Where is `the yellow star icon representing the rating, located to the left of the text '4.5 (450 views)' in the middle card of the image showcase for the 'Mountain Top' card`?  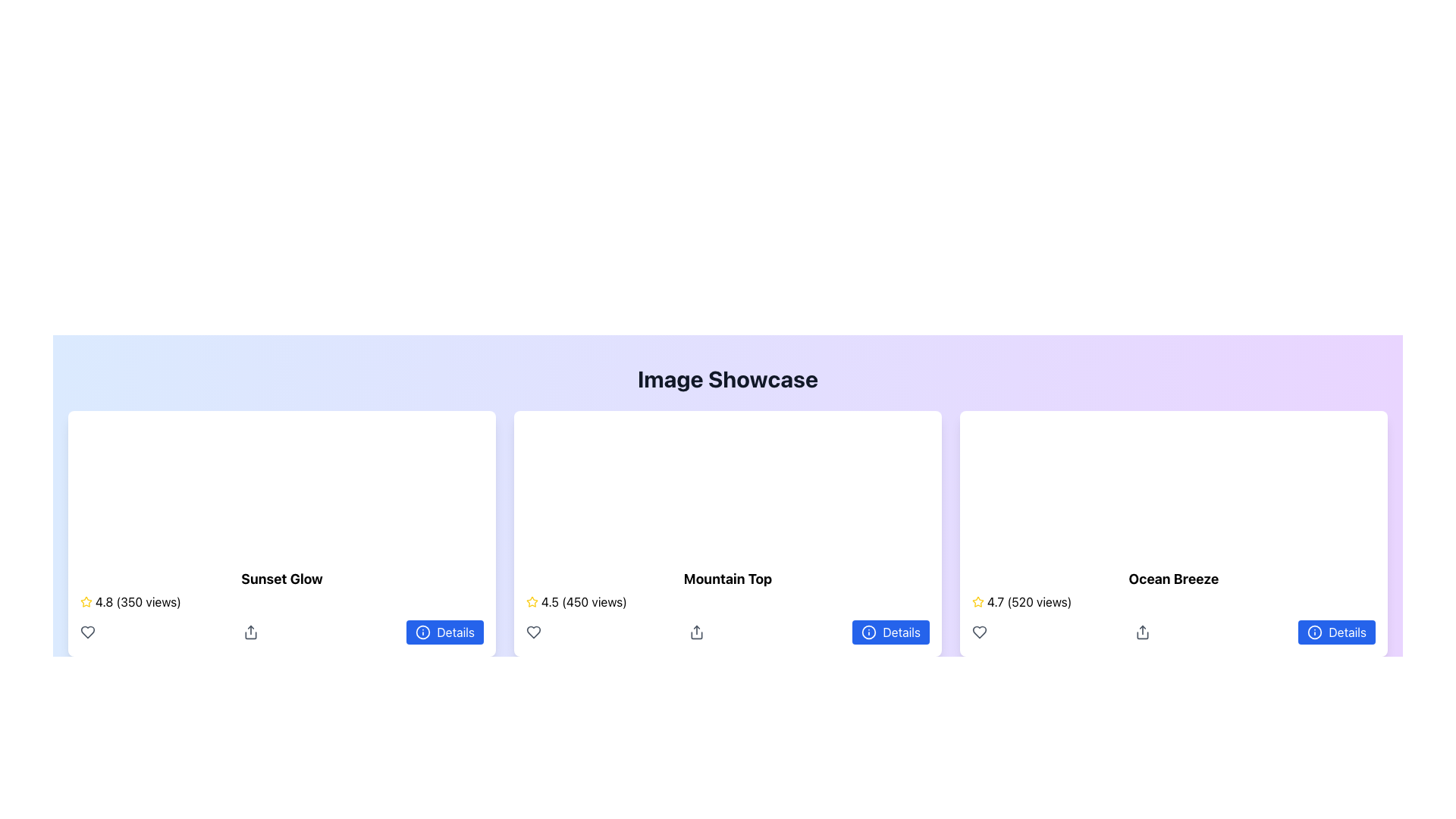
the yellow star icon representing the rating, located to the left of the text '4.5 (450 views)' in the middle card of the image showcase for the 'Mountain Top' card is located at coordinates (532, 601).